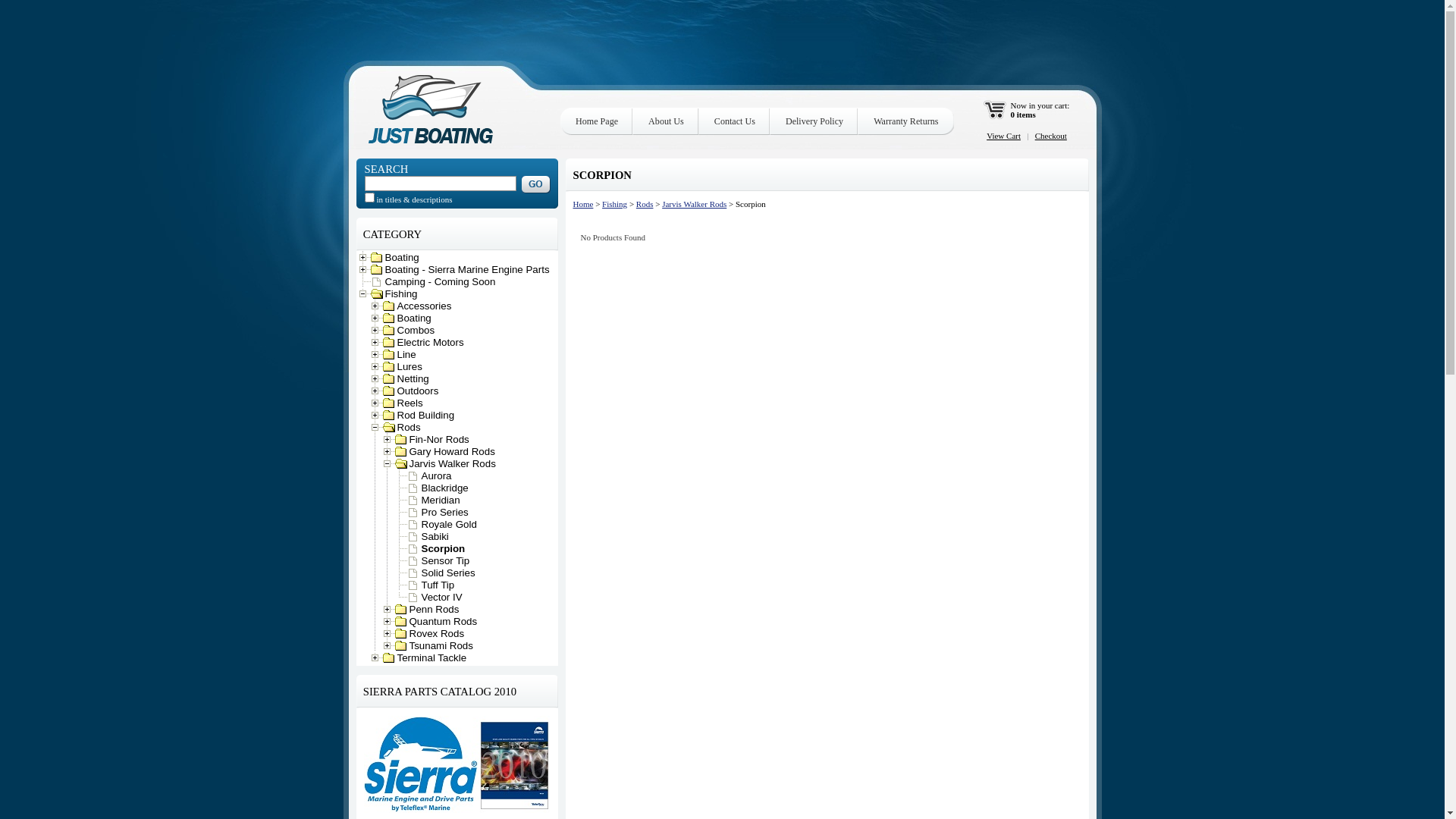 The height and width of the screenshot is (819, 1456). Describe the element at coordinates (614, 203) in the screenshot. I see `'Fishing'` at that location.